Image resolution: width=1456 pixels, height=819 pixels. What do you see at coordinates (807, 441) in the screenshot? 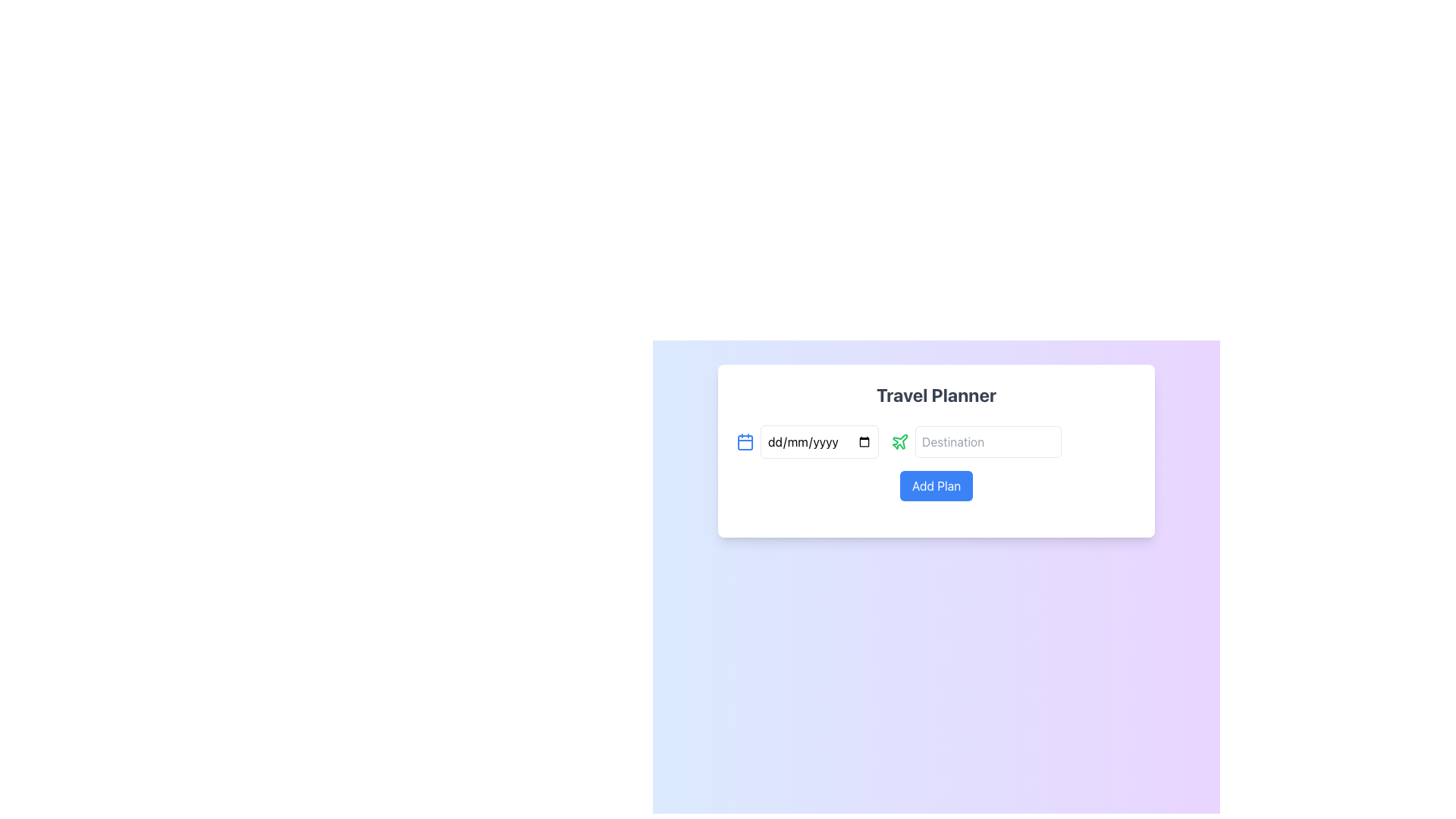
I see `the date picker input field, which is the leftmost component of a horizontal group` at bounding box center [807, 441].